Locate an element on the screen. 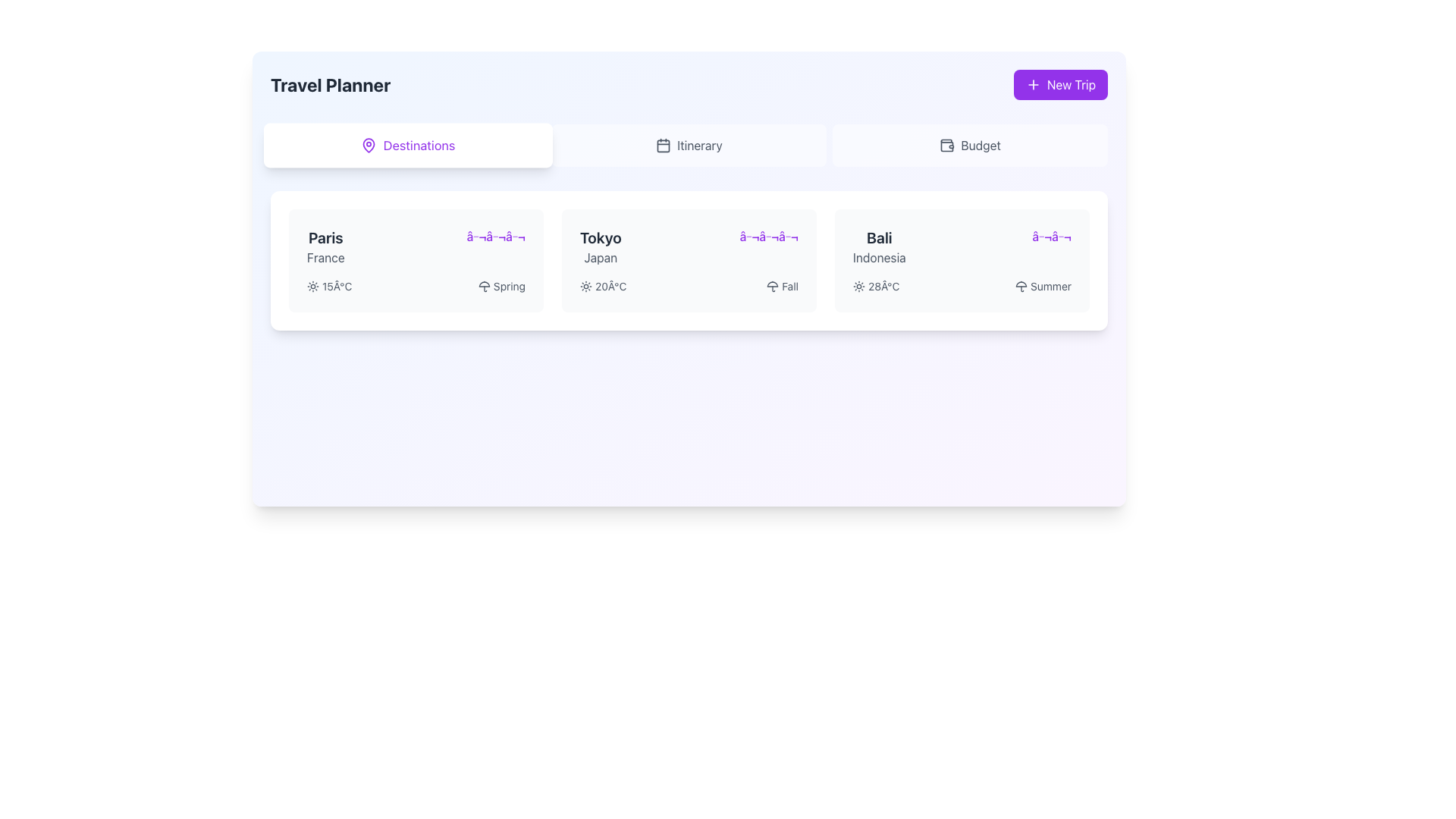 This screenshot has width=1456, height=819. the small umbrella icon located at the bottom right of the 'Paris' destination card, adjacent to the 'Spring' label is located at coordinates (483, 287).